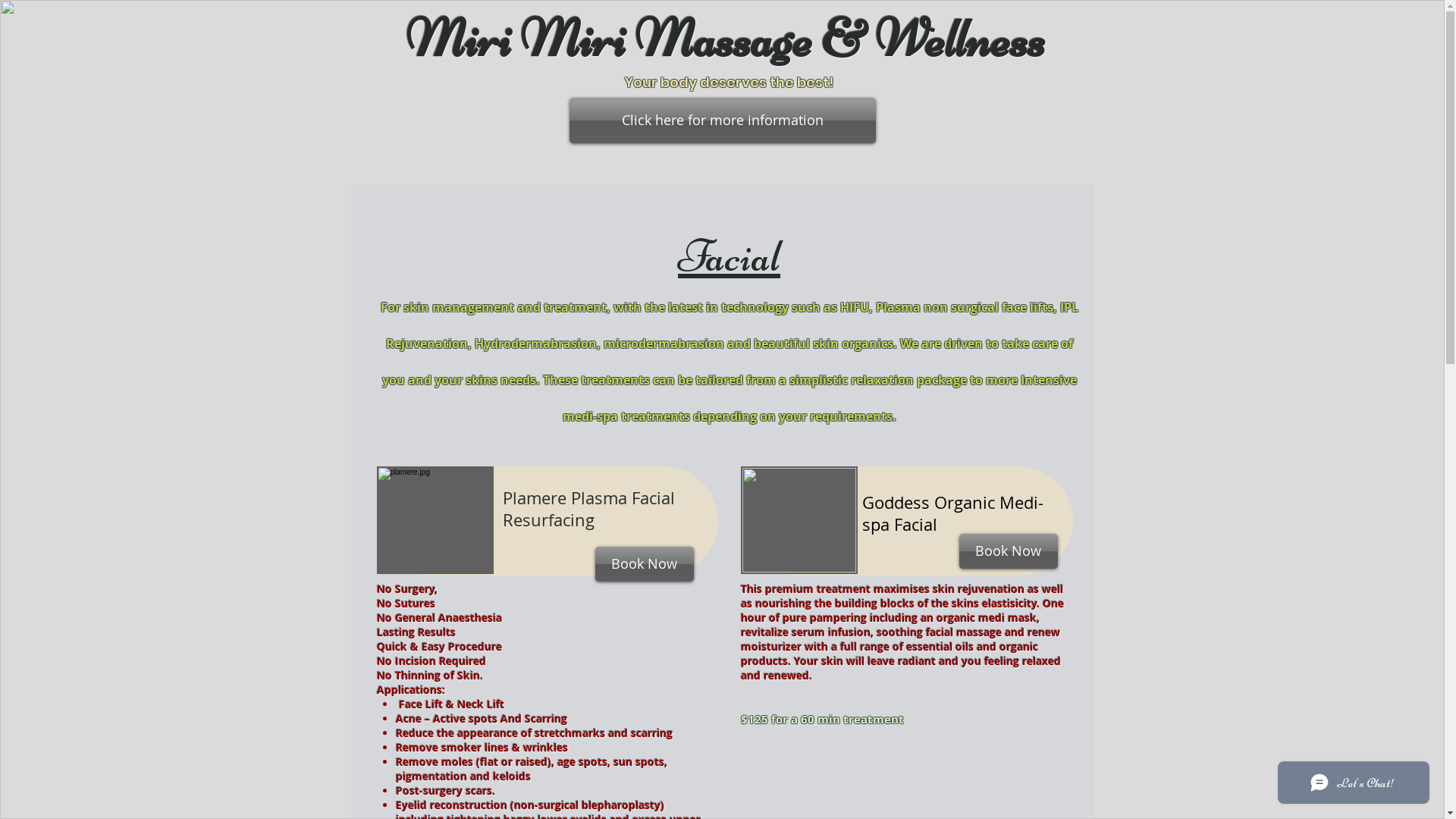  Describe the element at coordinates (644, 564) in the screenshot. I see `'Book Now'` at that location.